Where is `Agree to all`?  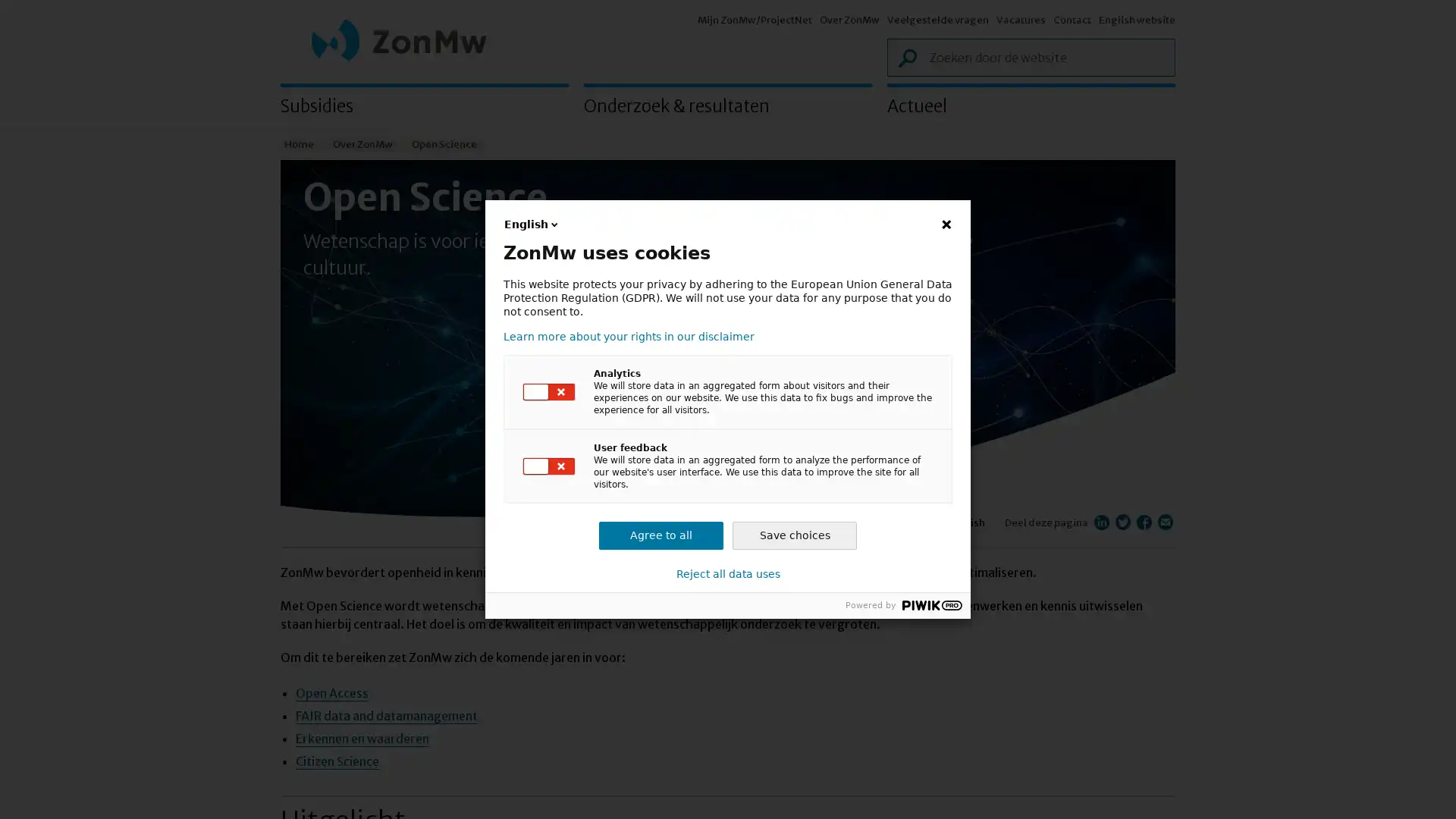
Agree to all is located at coordinates (661, 535).